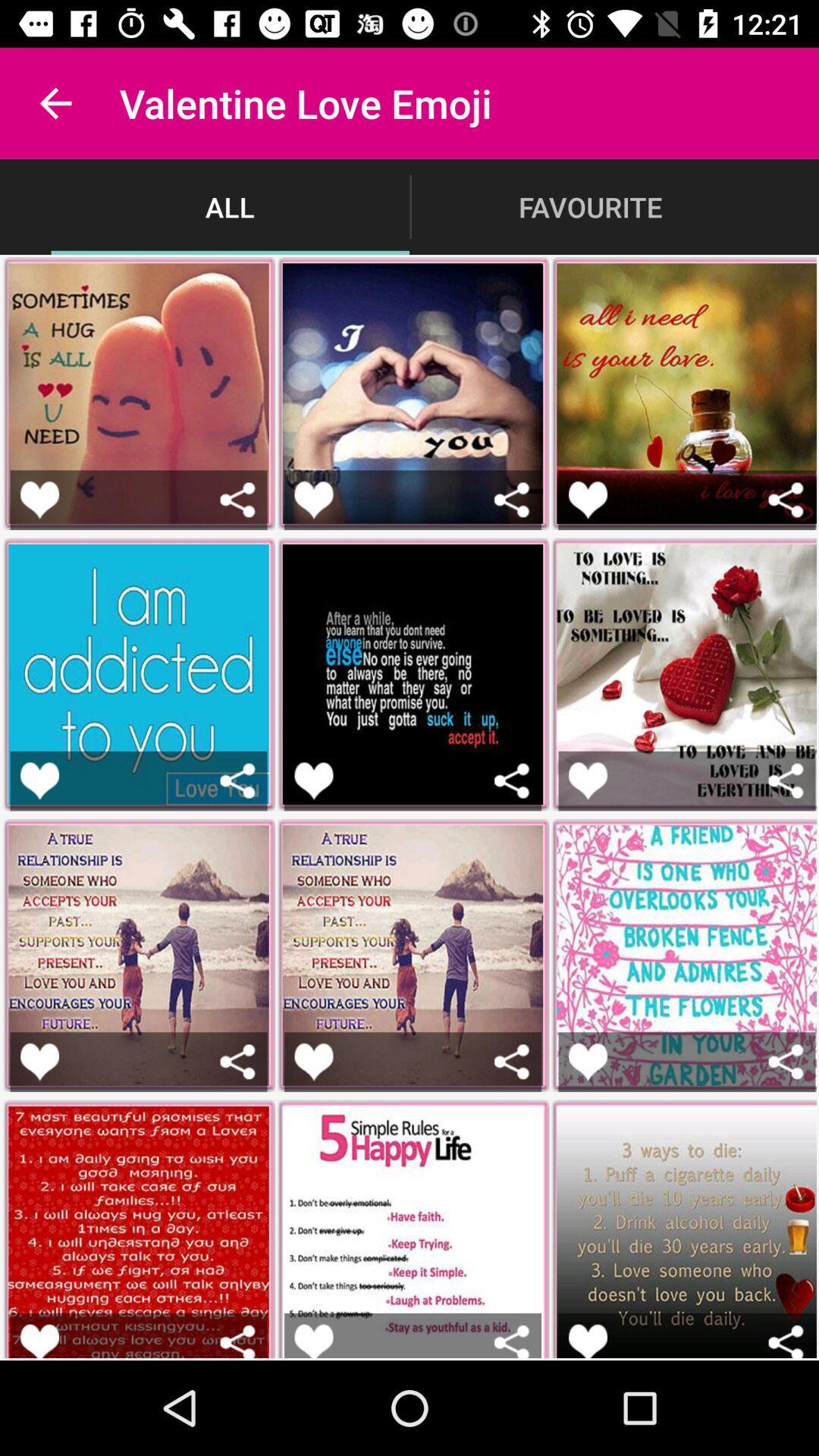 Image resolution: width=819 pixels, height=1456 pixels. I want to click on an image, so click(39, 500).